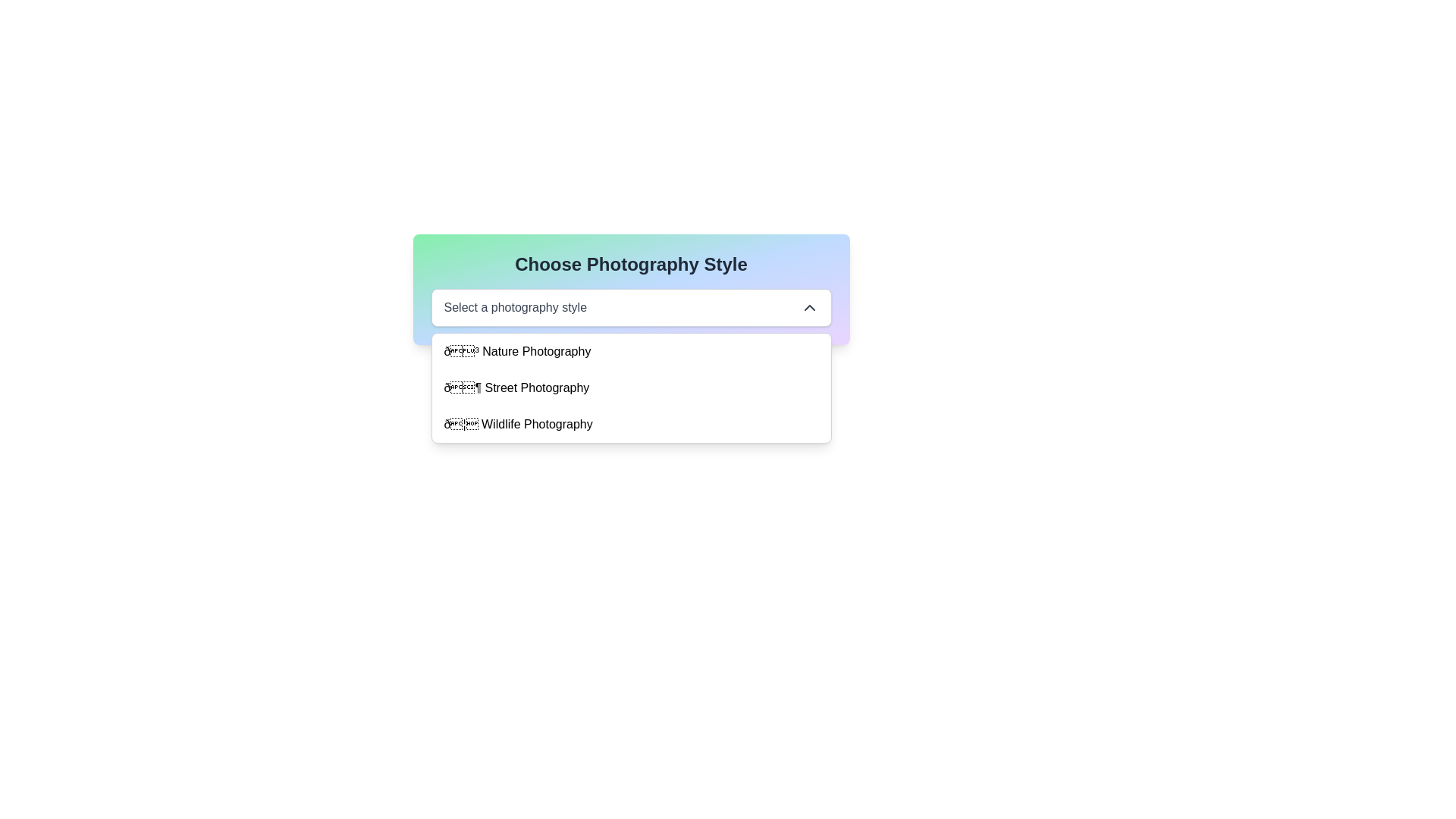 This screenshot has width=1456, height=819. What do you see at coordinates (631, 388) in the screenshot?
I see `the Dropdown menu options` at bounding box center [631, 388].